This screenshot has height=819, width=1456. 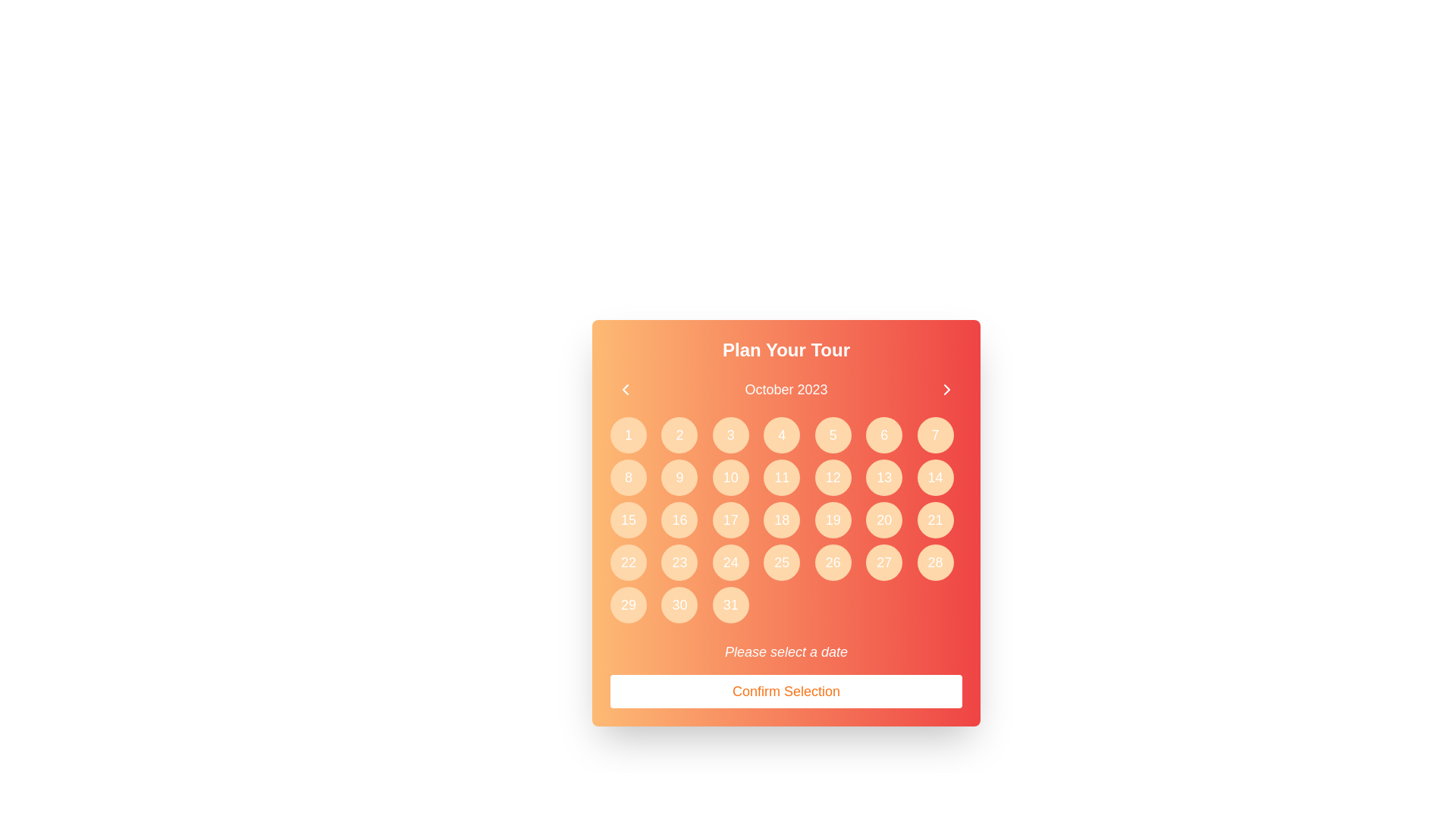 I want to click on the calendar date button representing the 31st, located at the bottom-right of the grid layout, so click(x=730, y=604).